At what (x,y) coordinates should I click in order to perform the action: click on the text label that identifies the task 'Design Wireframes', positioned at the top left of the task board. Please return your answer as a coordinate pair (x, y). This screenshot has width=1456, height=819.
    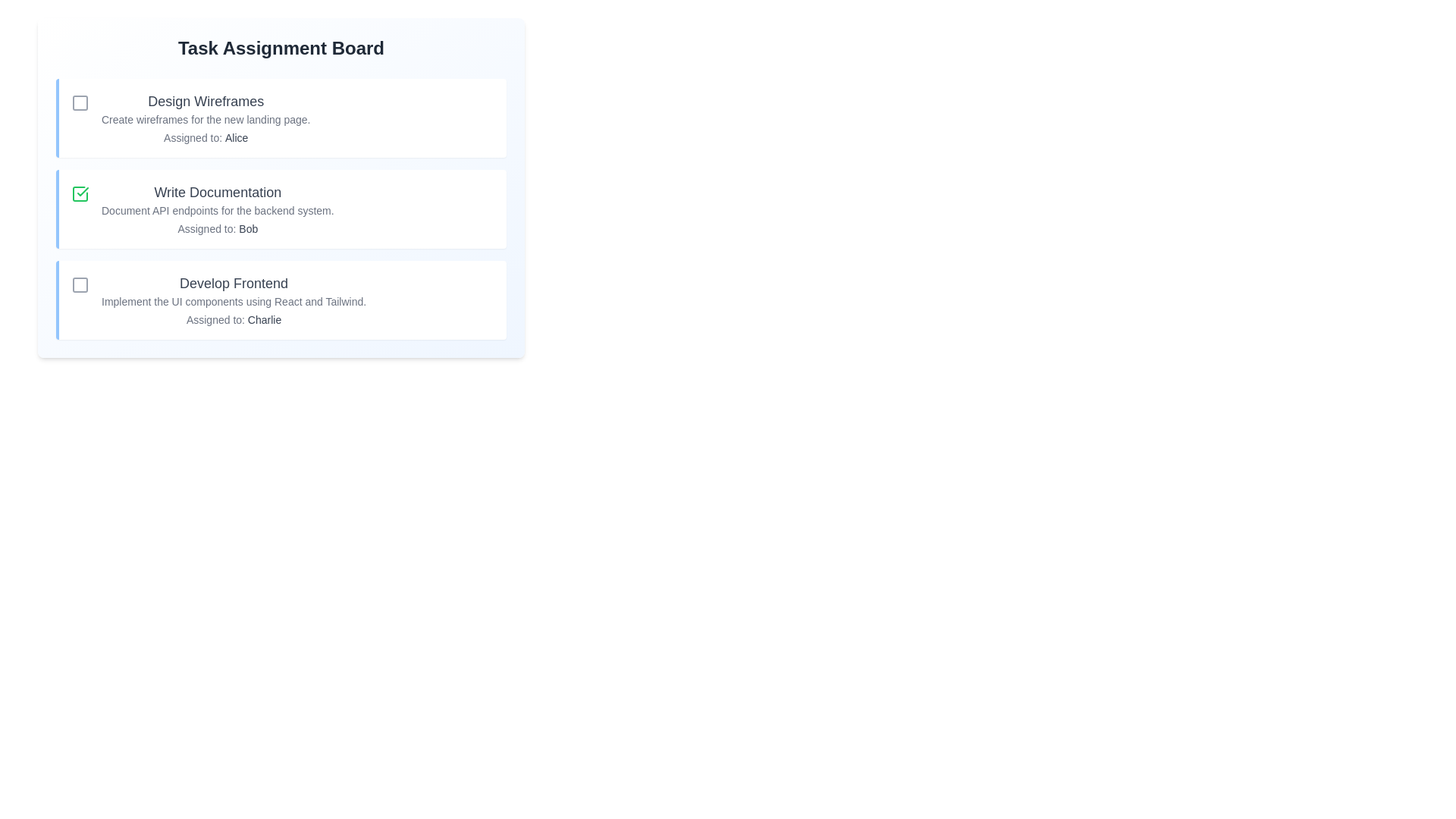
    Looking at the image, I should click on (205, 102).